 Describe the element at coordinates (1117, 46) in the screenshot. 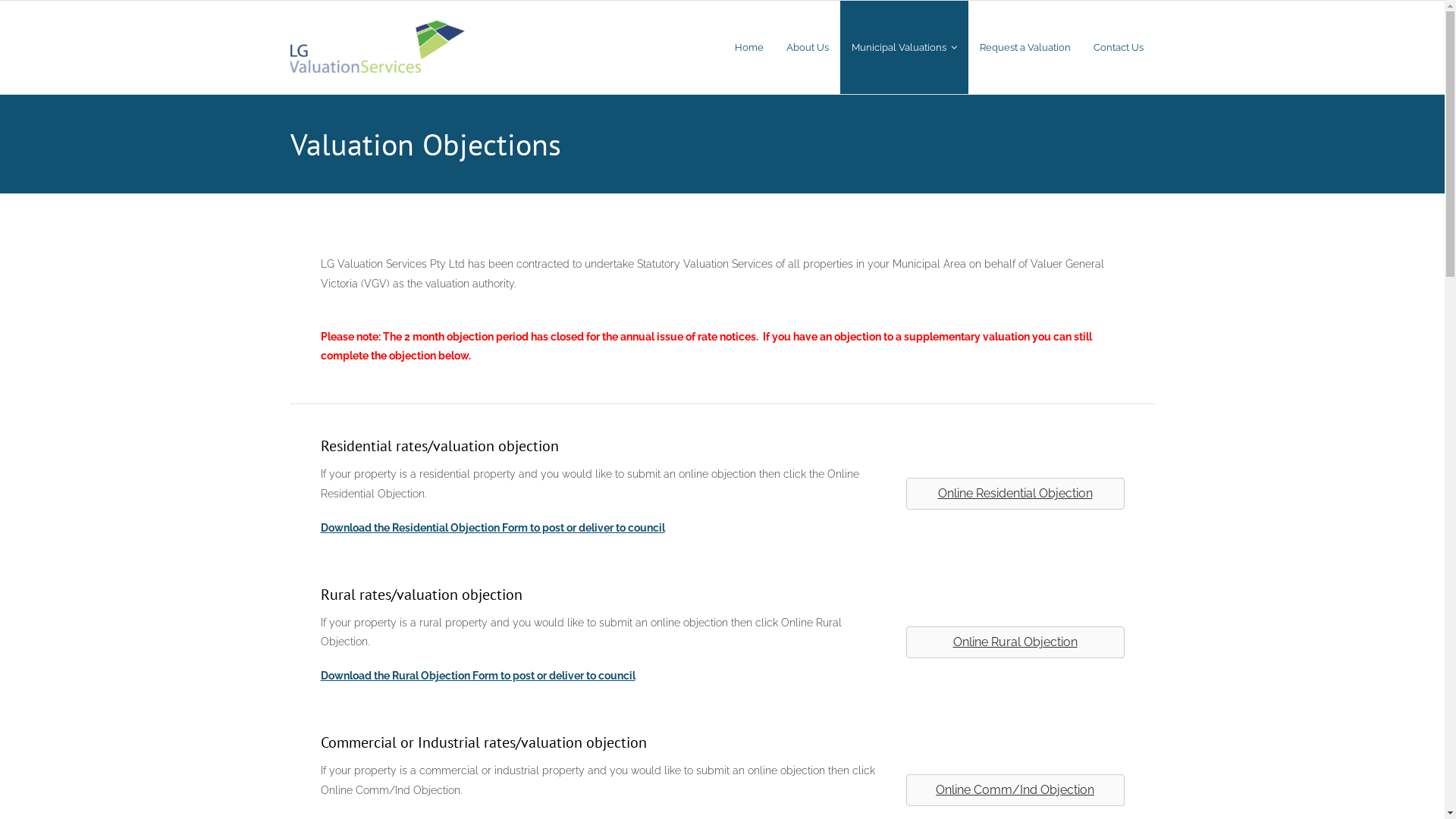

I see `'Contact Us'` at that location.